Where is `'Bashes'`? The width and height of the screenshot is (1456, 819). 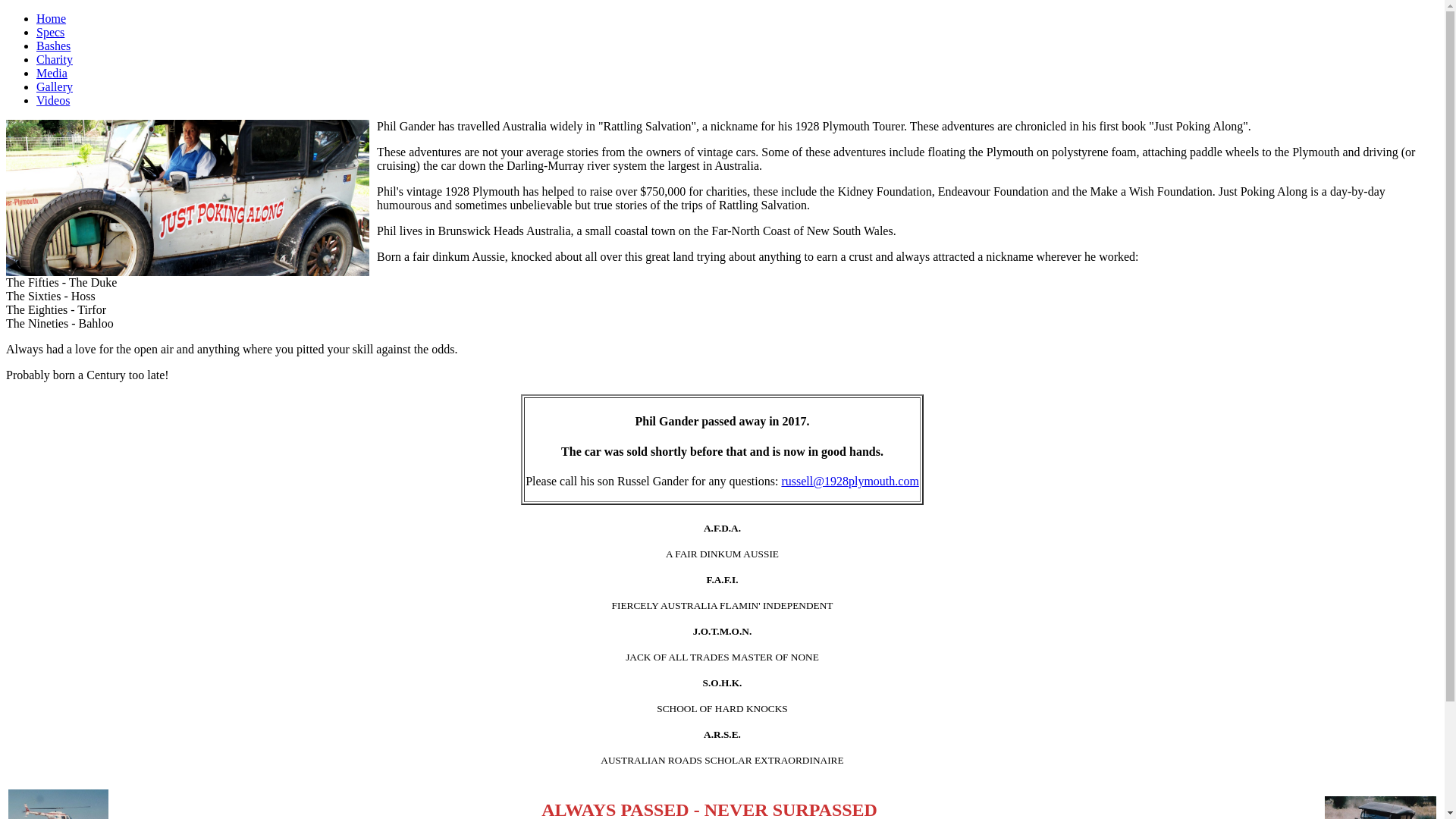
'Bashes' is located at coordinates (53, 45).